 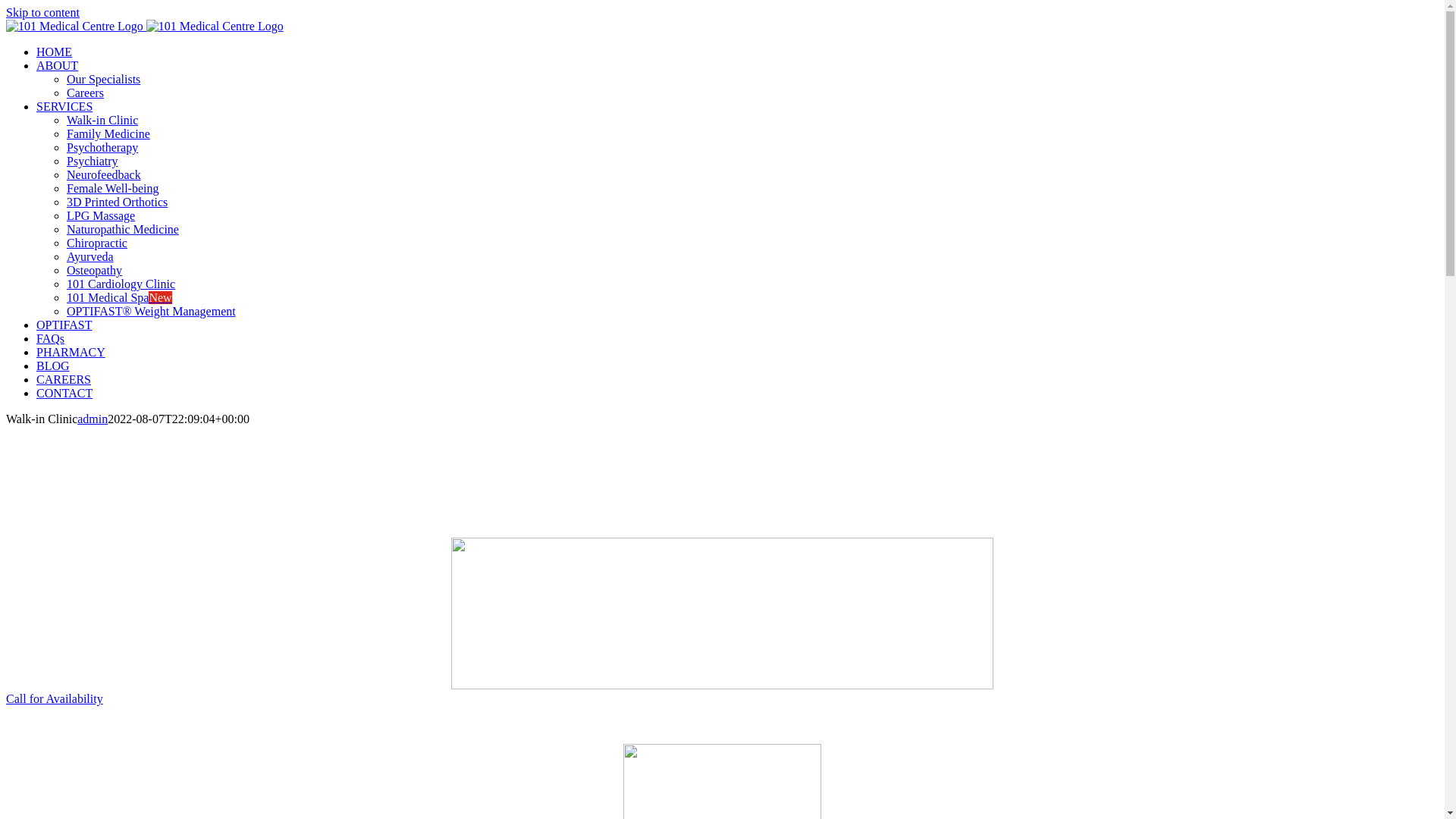 What do you see at coordinates (65, 297) in the screenshot?
I see `'101 Medical SpaNew'` at bounding box center [65, 297].